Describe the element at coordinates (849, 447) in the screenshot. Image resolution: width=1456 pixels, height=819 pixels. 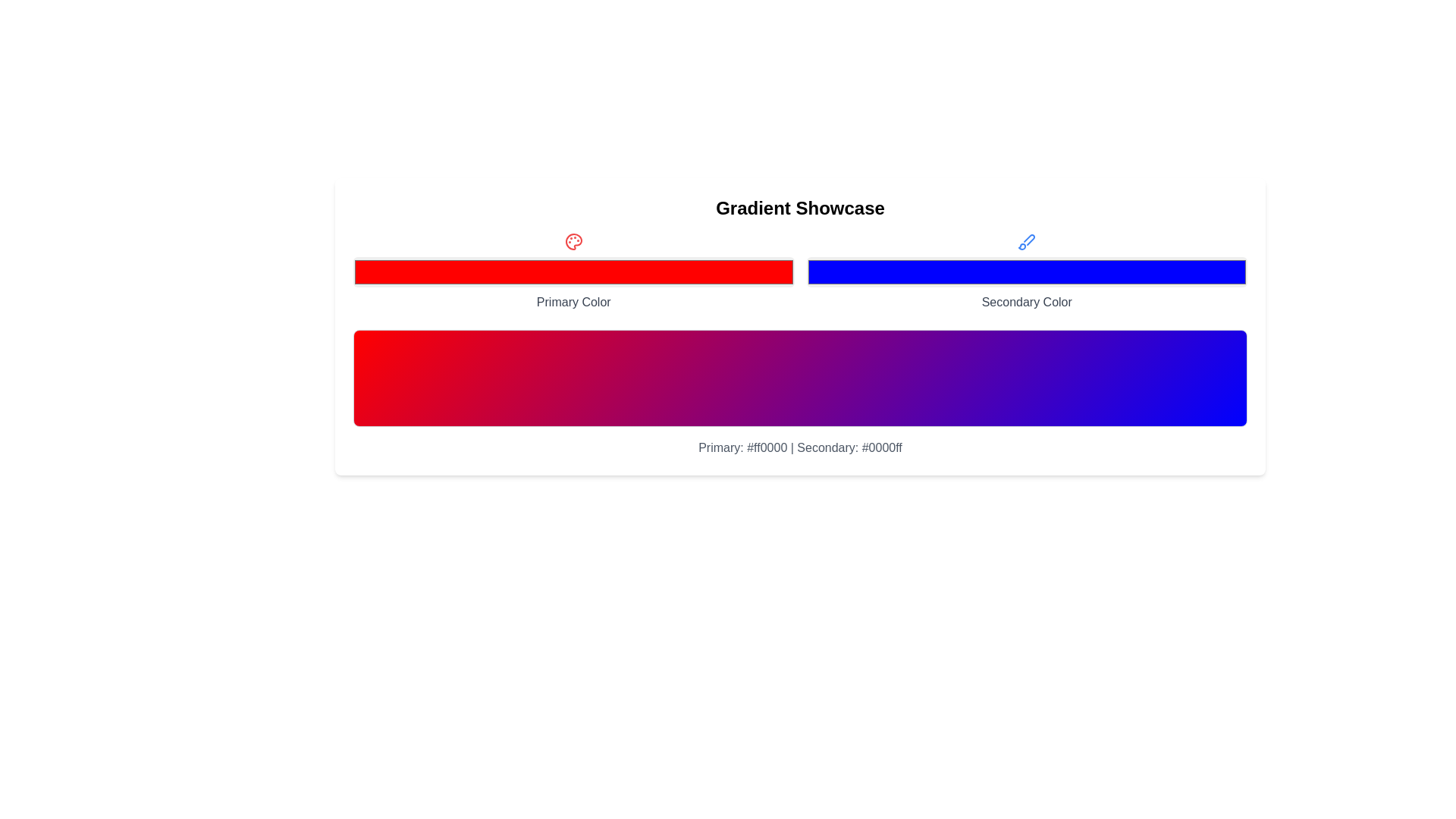
I see `the static text displaying the hexadecimal color code for the secondary color, located to the right of 'Primary: #ff0000' in the middle section of the display` at that location.